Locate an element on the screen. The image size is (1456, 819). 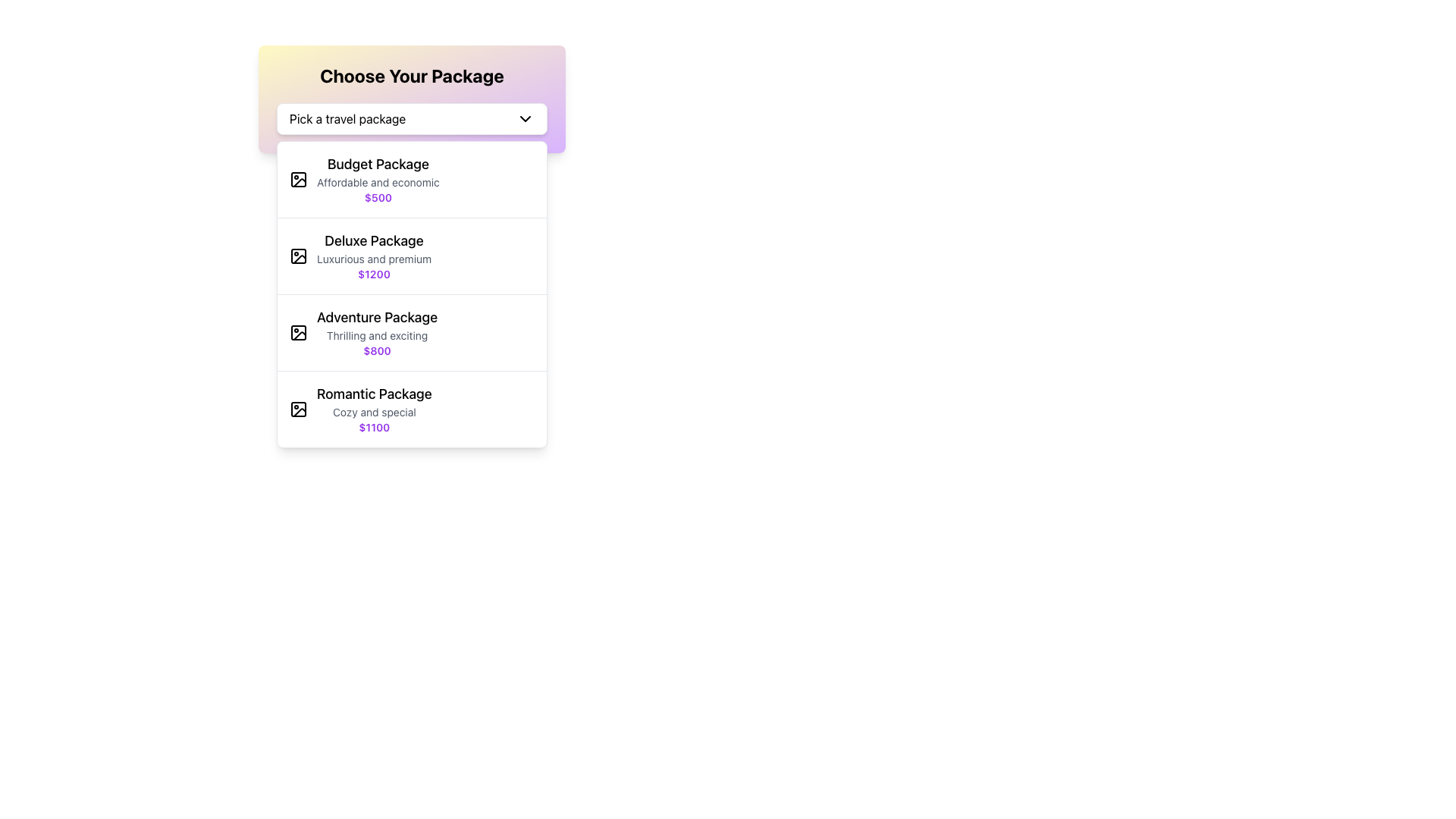
the 'Deluxe Package' text label, which is the second item in the list of package descriptions and pricing, displayed in bold sans-serif font is located at coordinates (374, 240).